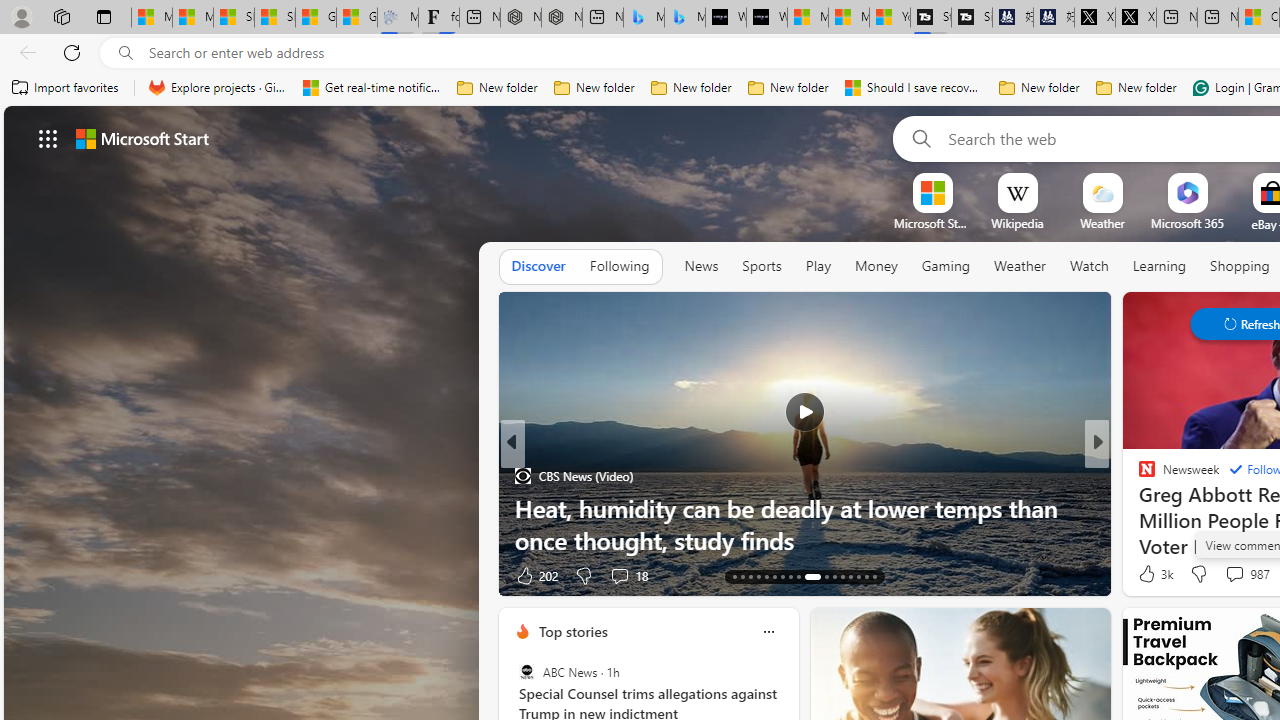 The height and width of the screenshot is (720, 1280). I want to click on 'AutomationID: tab-28', so click(865, 577).